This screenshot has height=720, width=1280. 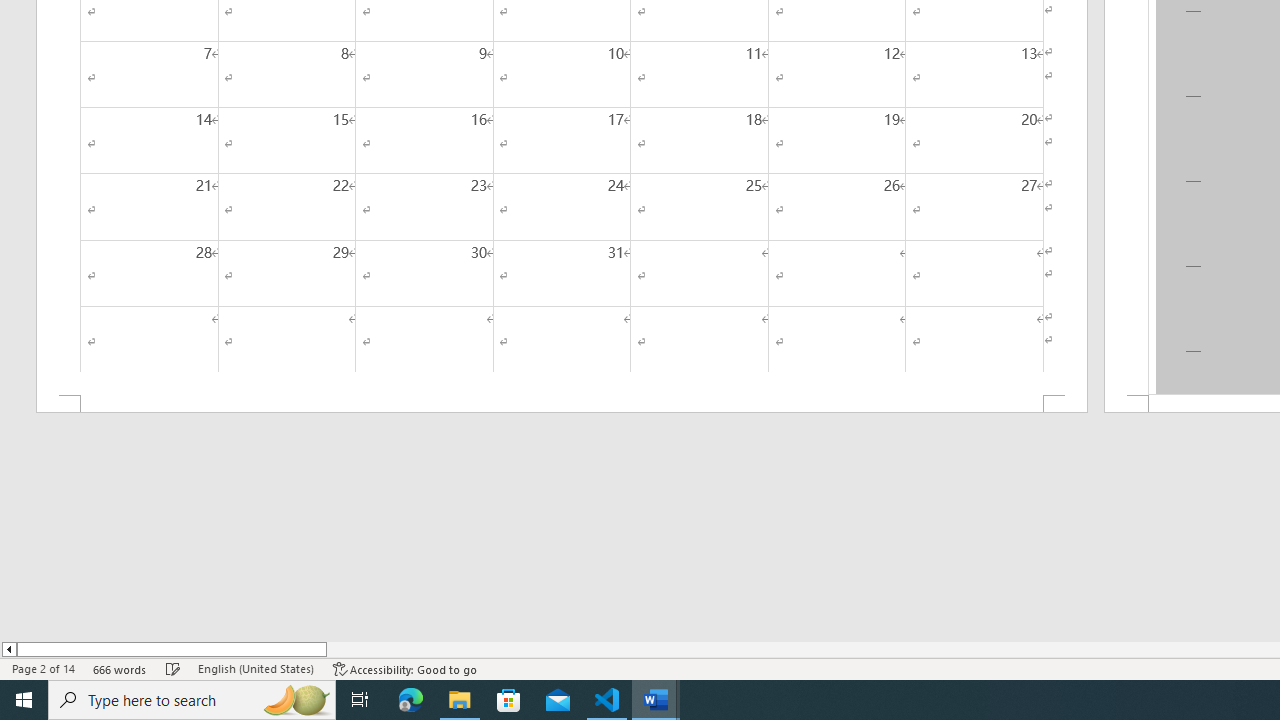 What do you see at coordinates (119, 669) in the screenshot?
I see `'Word Count 666 words'` at bounding box center [119, 669].